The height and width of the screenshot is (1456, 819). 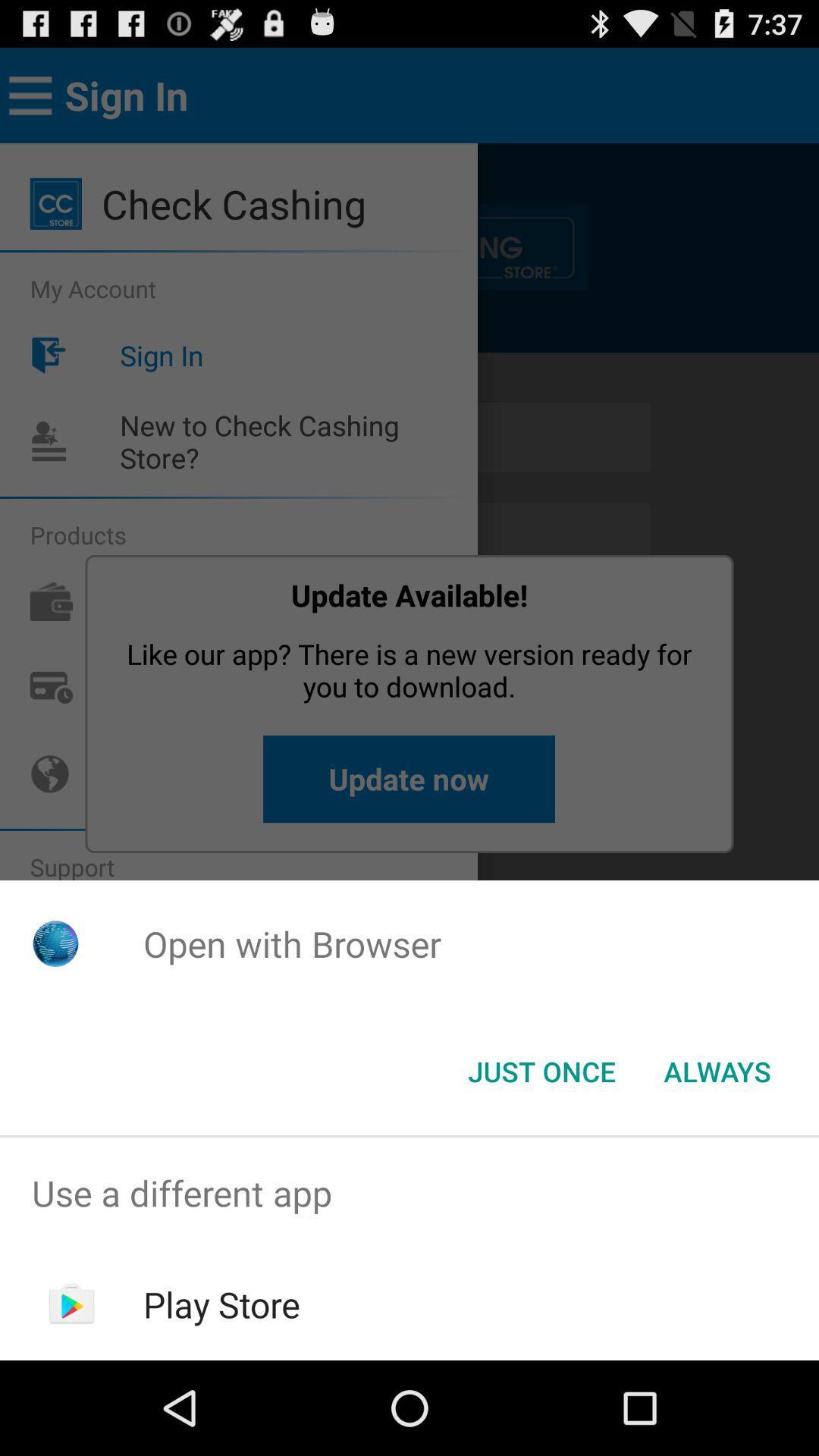 I want to click on the icon below the open with browser item, so click(x=717, y=1070).